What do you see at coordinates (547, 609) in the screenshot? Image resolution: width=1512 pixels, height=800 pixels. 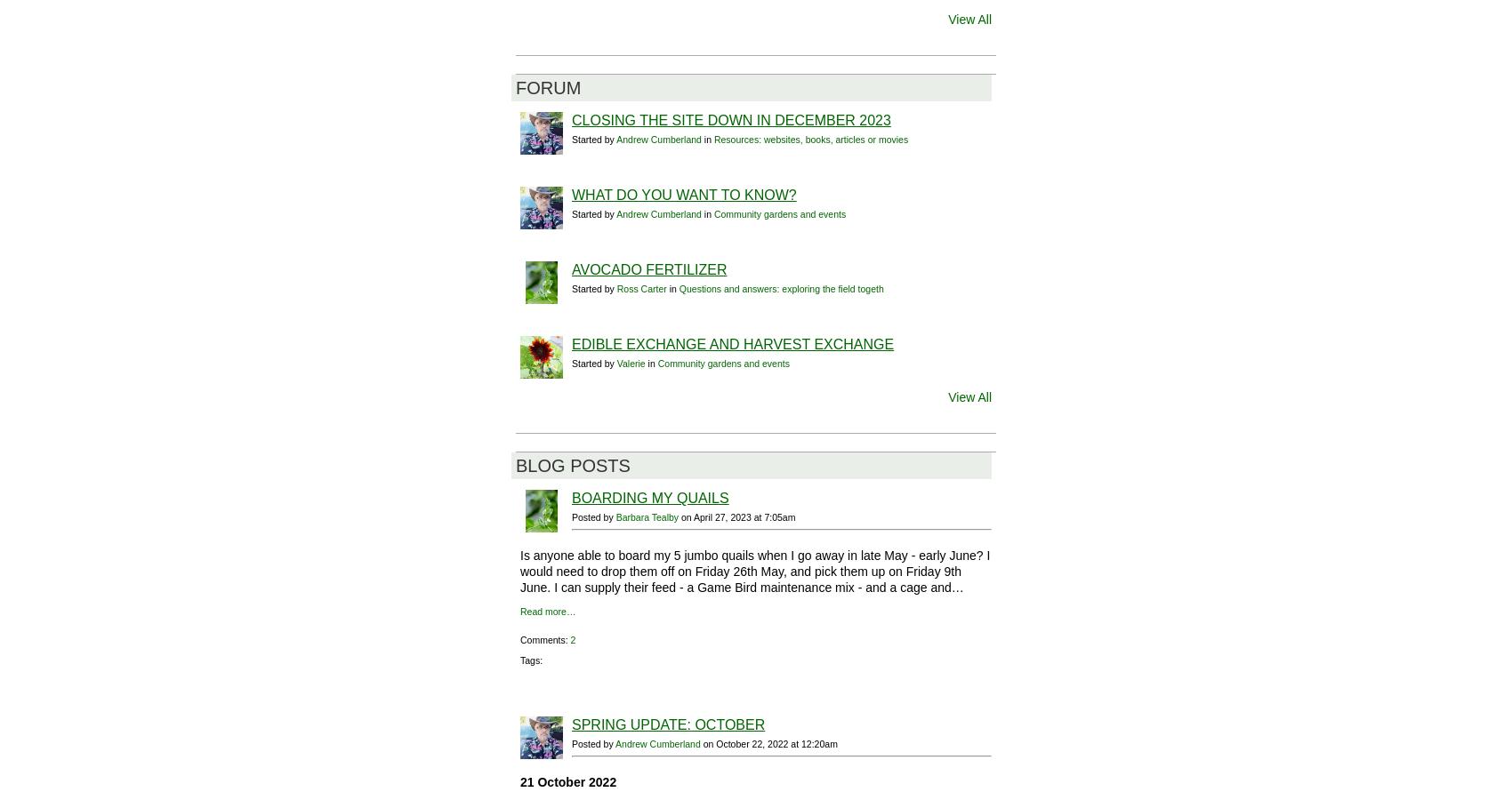 I see `'Read more…'` at bounding box center [547, 609].